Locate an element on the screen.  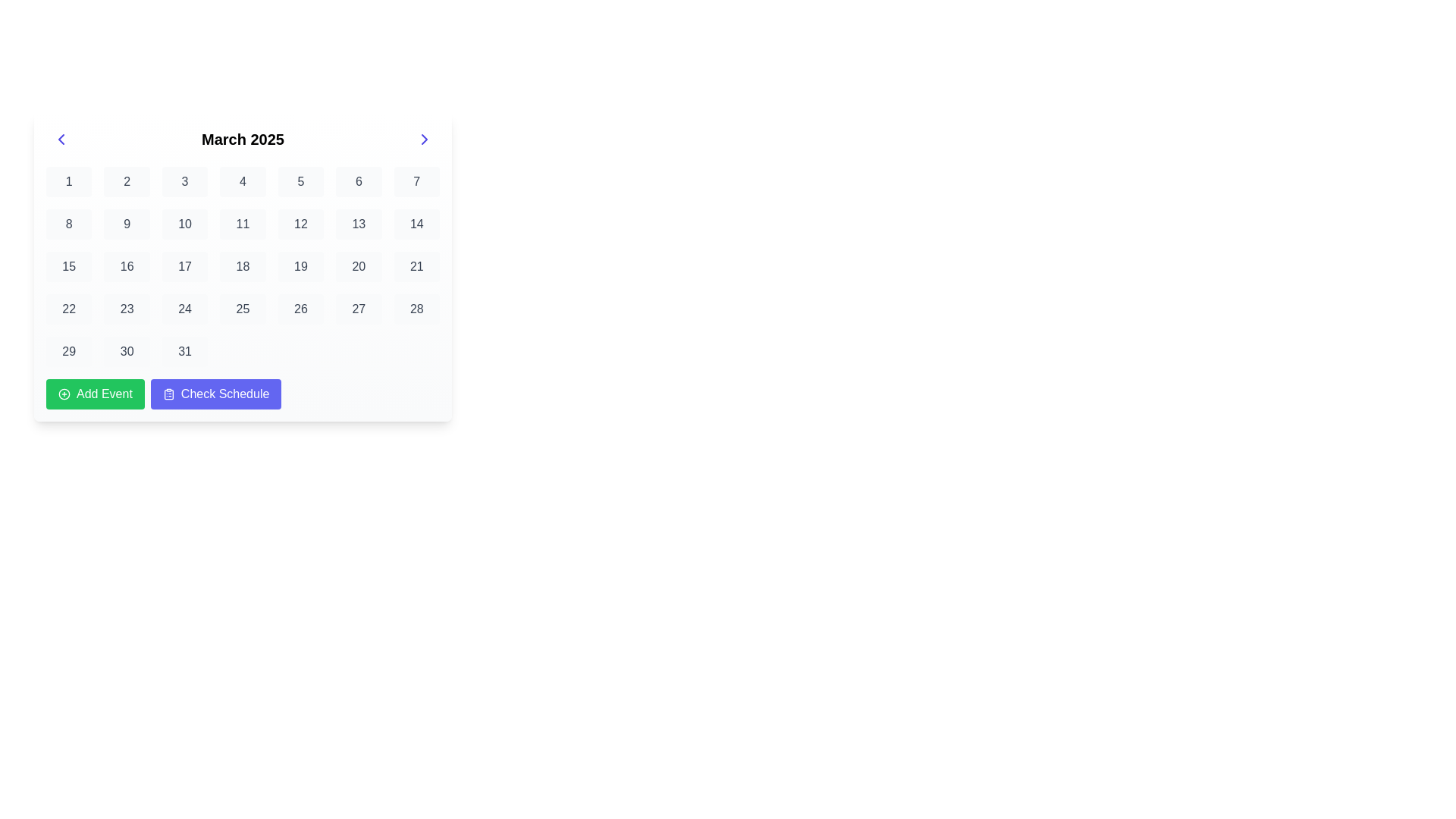
the button displaying the number '17' located in the third row and third column of a grid beneath the title 'March 2025' is located at coordinates (184, 265).